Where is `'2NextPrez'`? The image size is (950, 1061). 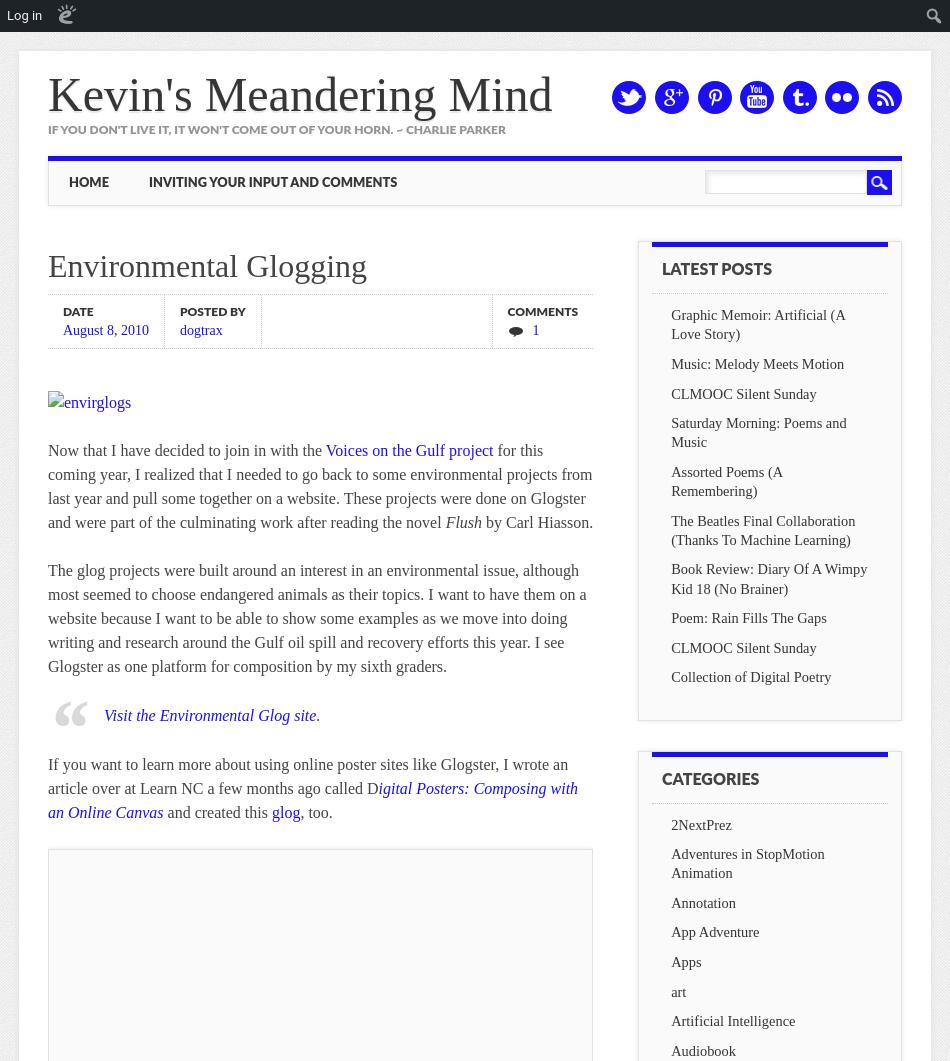
'2NextPrez' is located at coordinates (701, 823).